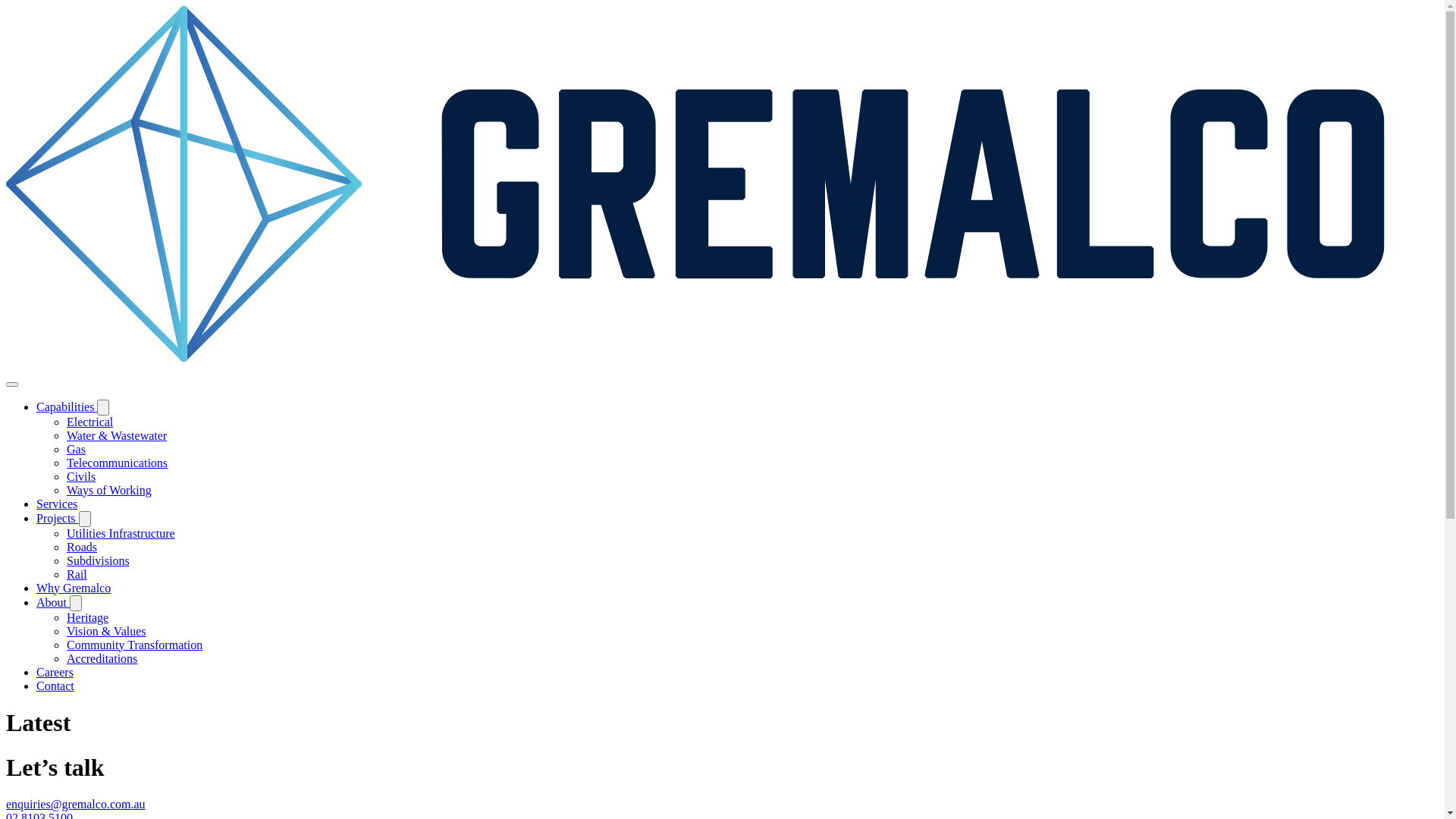 This screenshot has width=1456, height=819. Describe the element at coordinates (36, 504) in the screenshot. I see `'Services'` at that location.